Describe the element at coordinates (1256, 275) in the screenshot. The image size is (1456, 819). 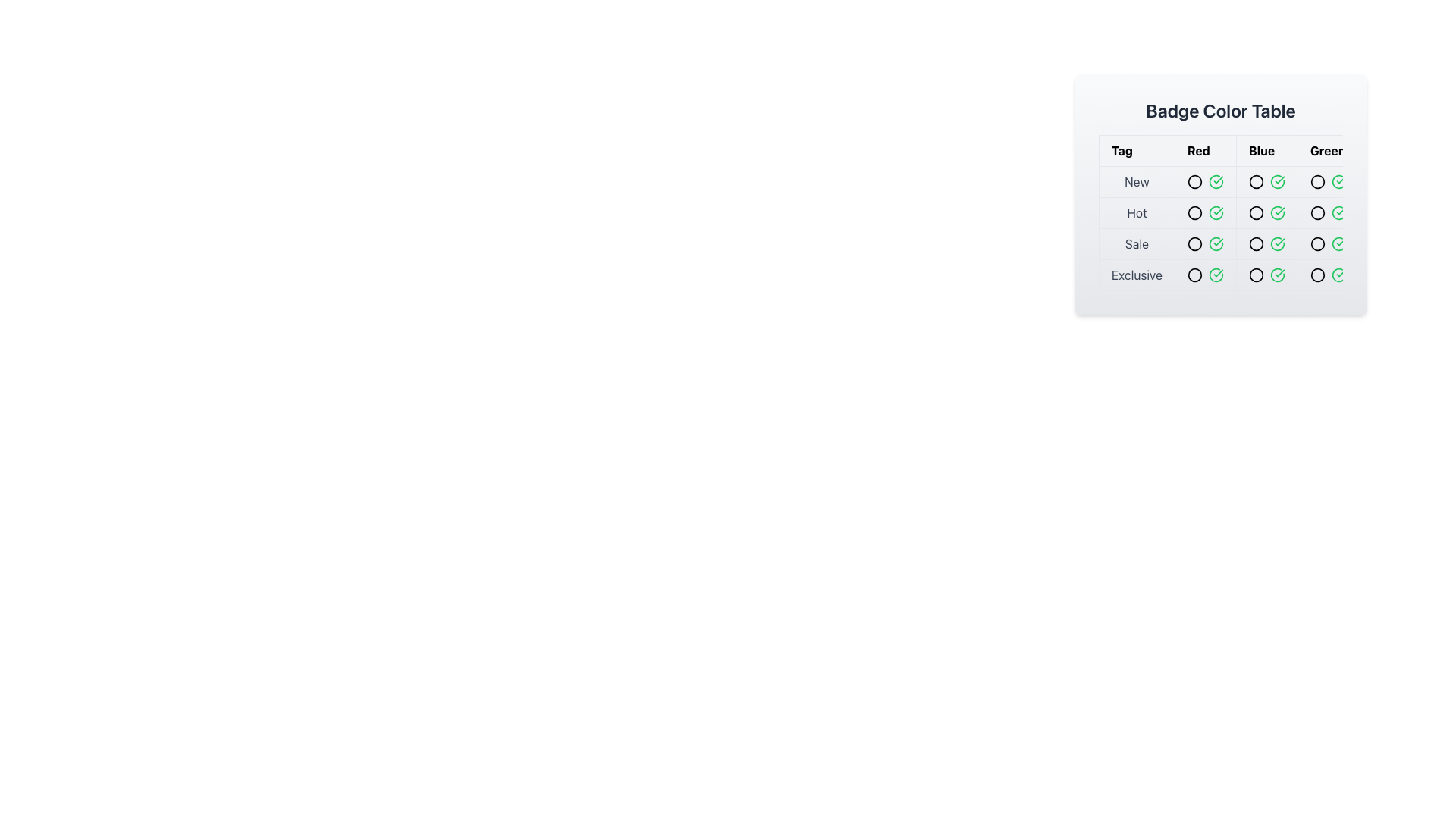
I see `the status marker icon located in the fourth row and second column of the 'Badge Color Table'` at that location.